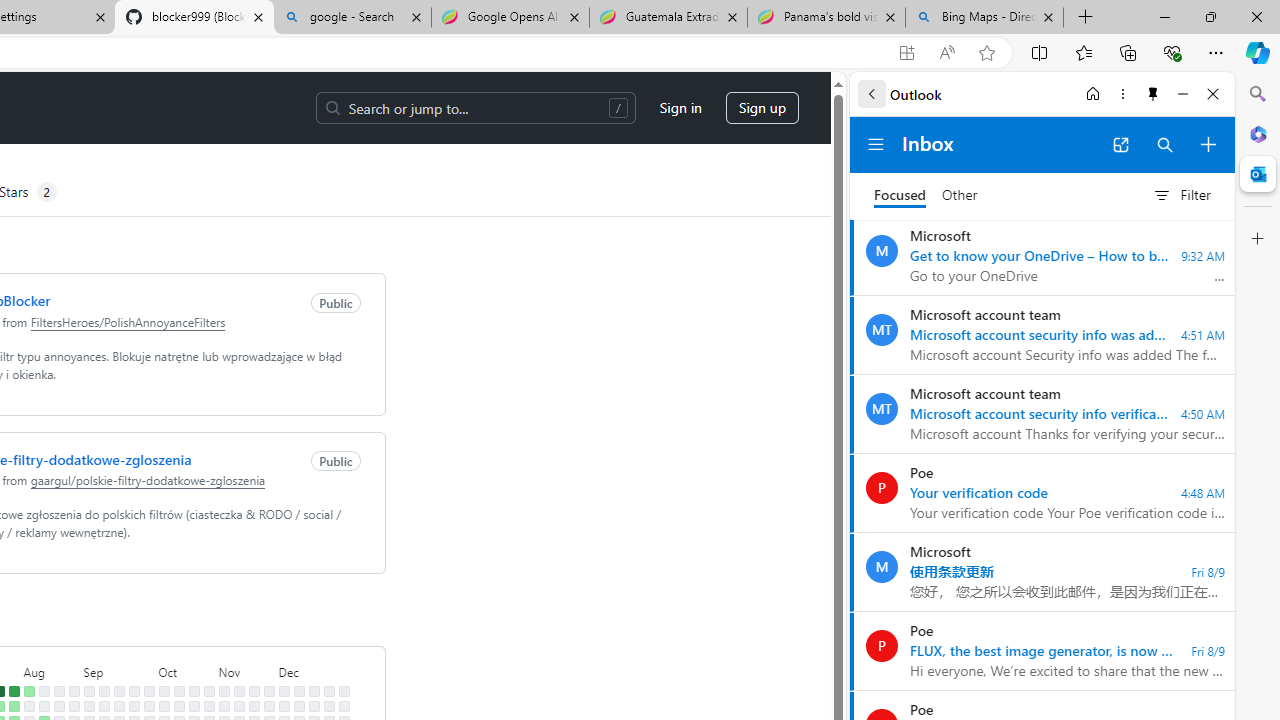 This screenshot has width=1280, height=720. What do you see at coordinates (103, 690) in the screenshot?
I see `'No contributions on September 8th.'` at bounding box center [103, 690].